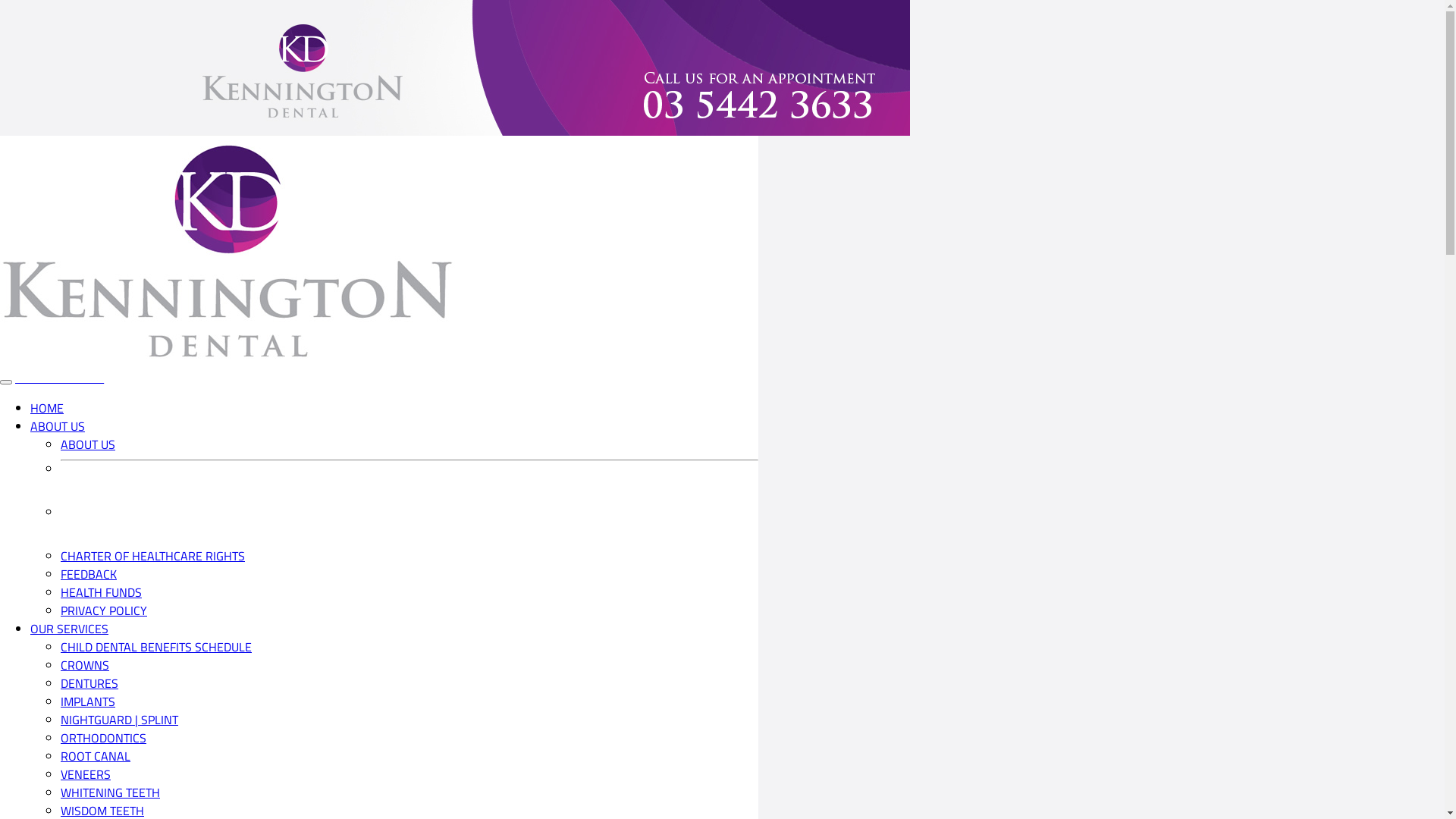  What do you see at coordinates (152, 555) in the screenshot?
I see `'CHARTER OF HEALTHCARE RIGHTS'` at bounding box center [152, 555].